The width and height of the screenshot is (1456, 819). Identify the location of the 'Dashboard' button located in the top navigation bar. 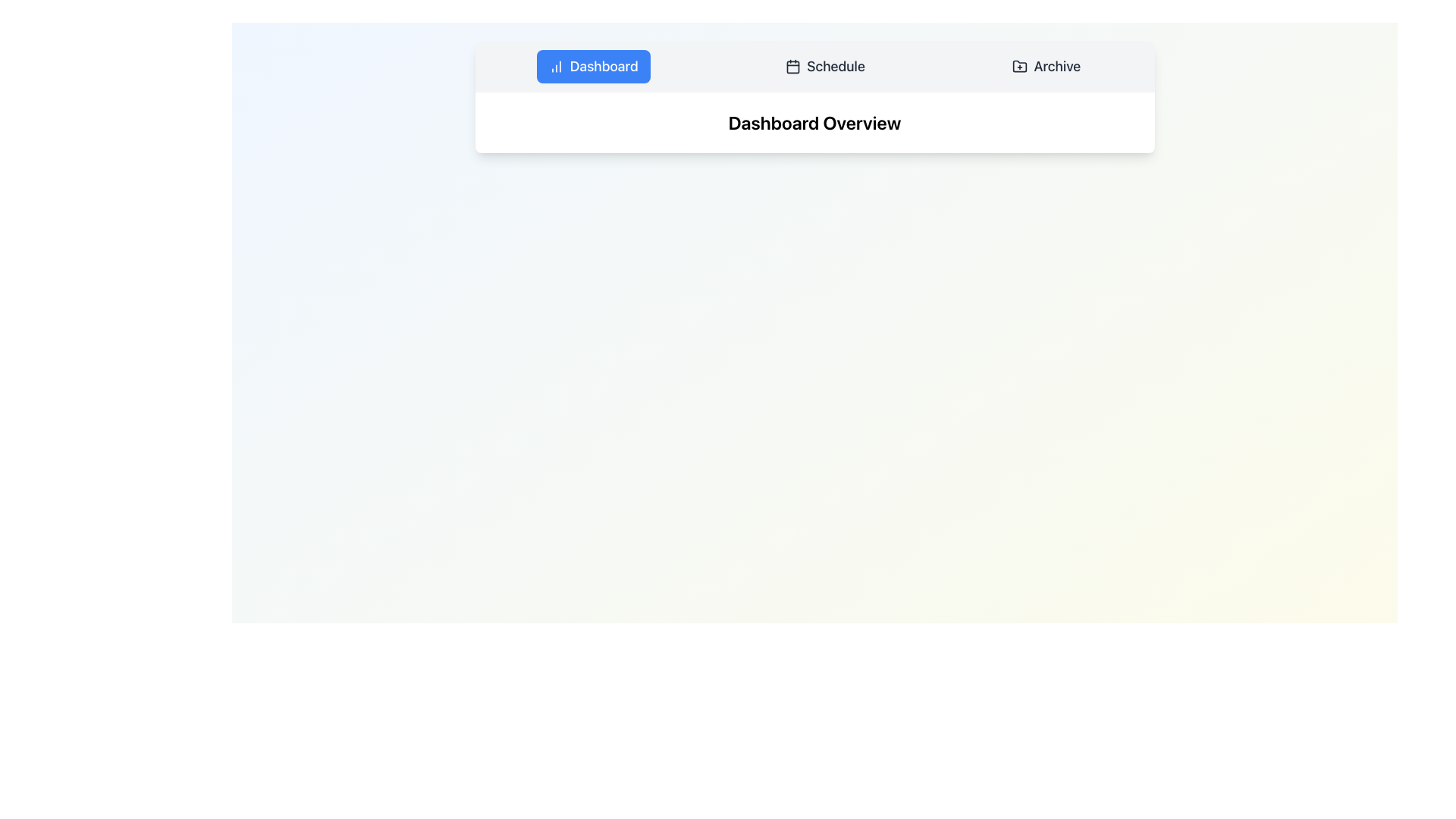
(592, 66).